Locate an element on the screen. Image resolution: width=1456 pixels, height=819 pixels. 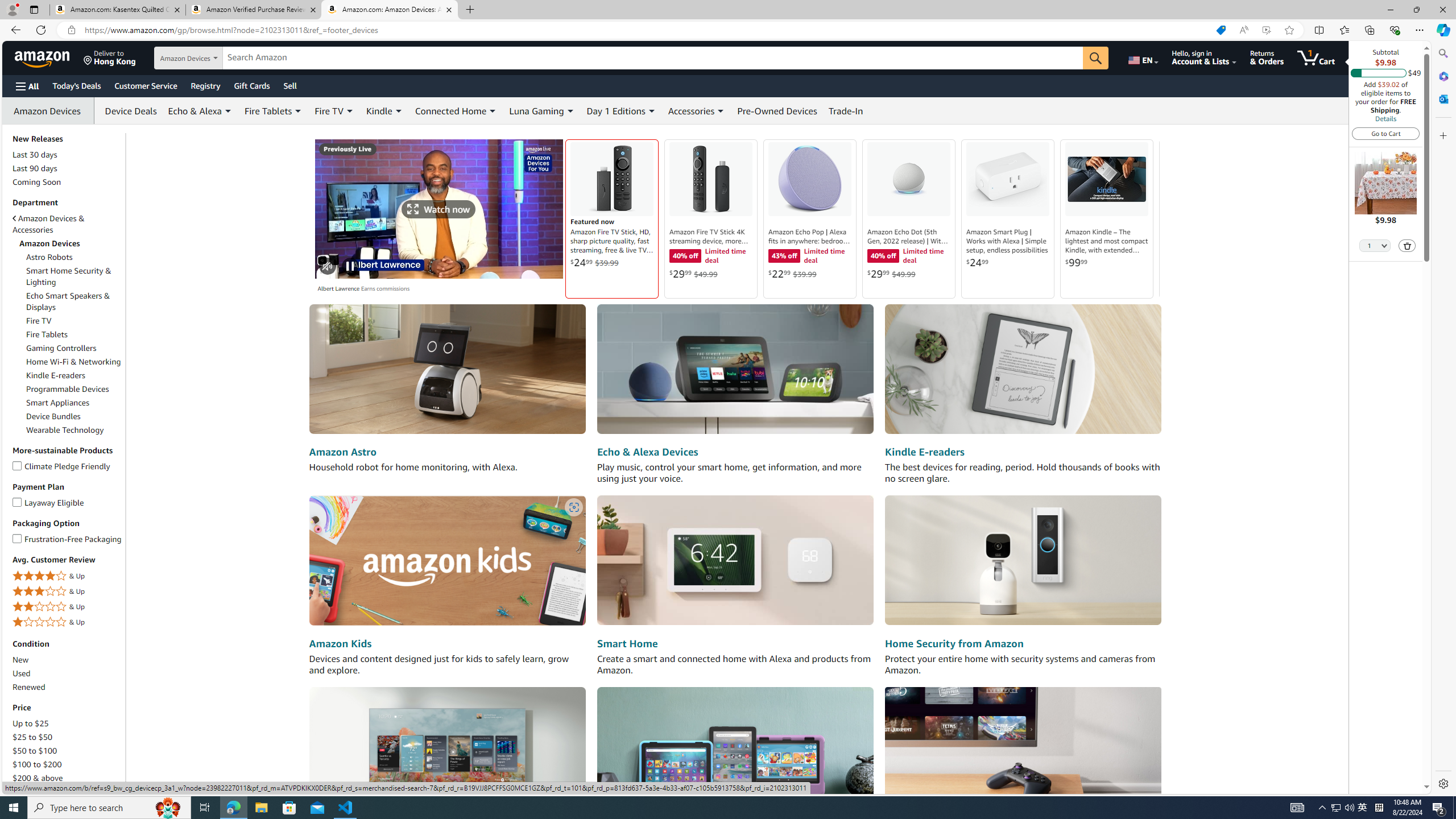
'Used' is located at coordinates (21, 673).